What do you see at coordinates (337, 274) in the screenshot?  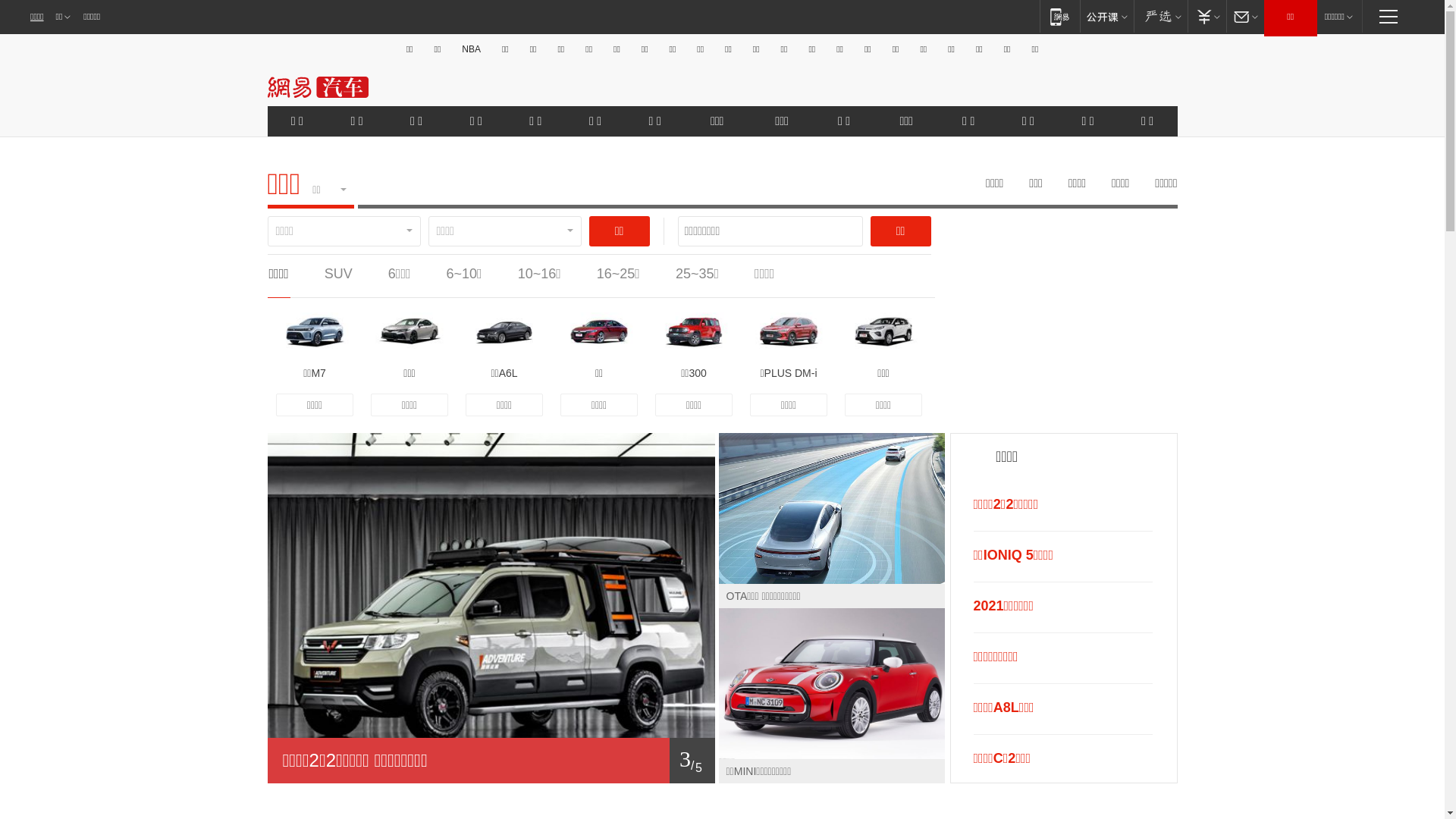 I see `'SUV'` at bounding box center [337, 274].